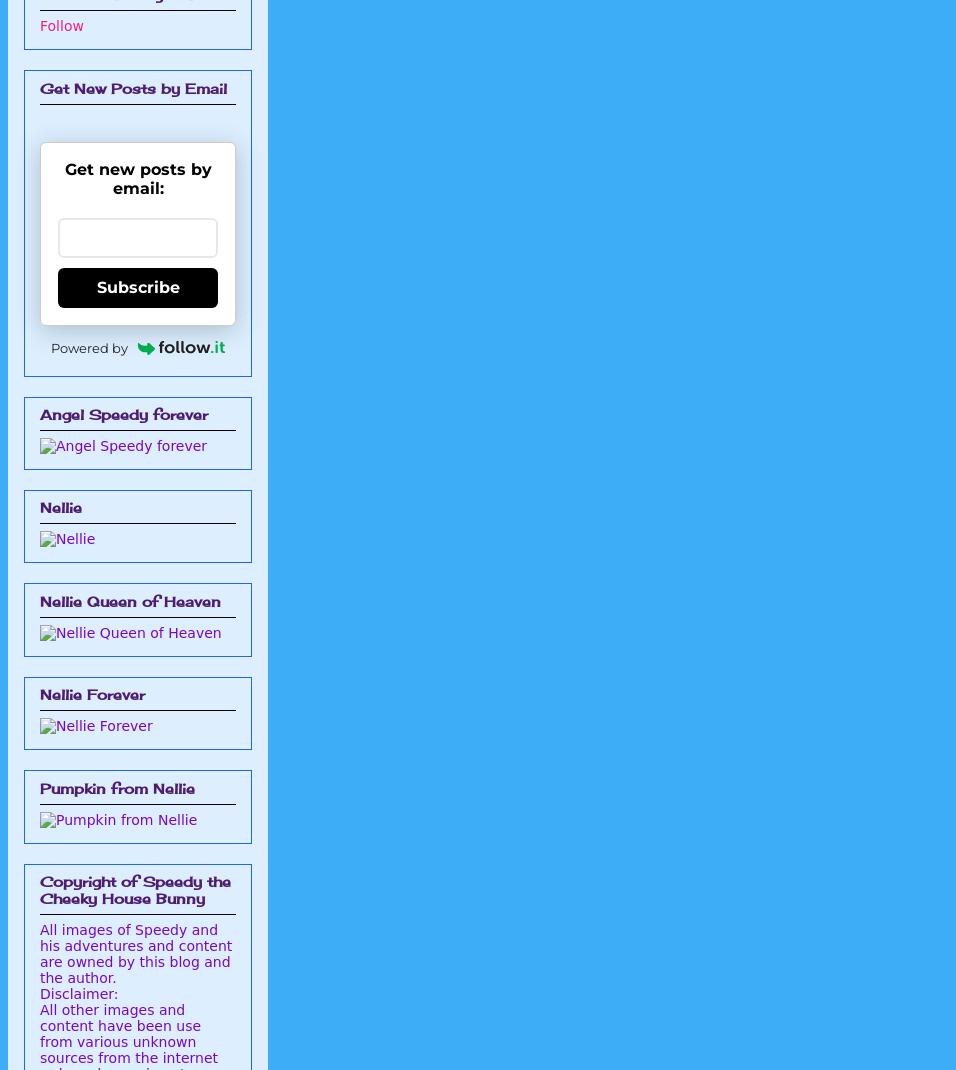 This screenshot has width=956, height=1070. I want to click on 'Powered by', so click(49, 347).